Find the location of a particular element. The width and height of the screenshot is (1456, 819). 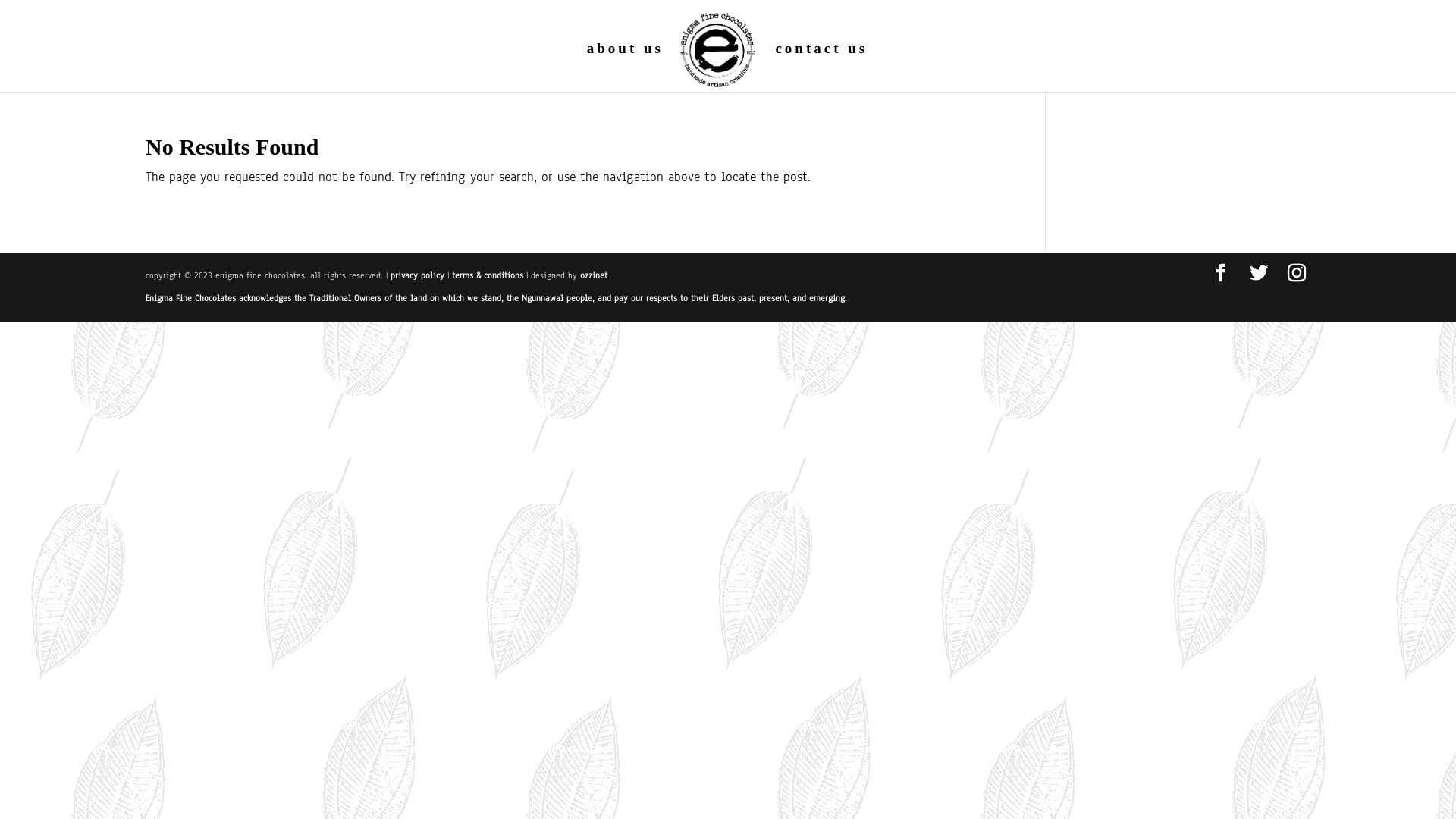

'about us' is located at coordinates (625, 66).